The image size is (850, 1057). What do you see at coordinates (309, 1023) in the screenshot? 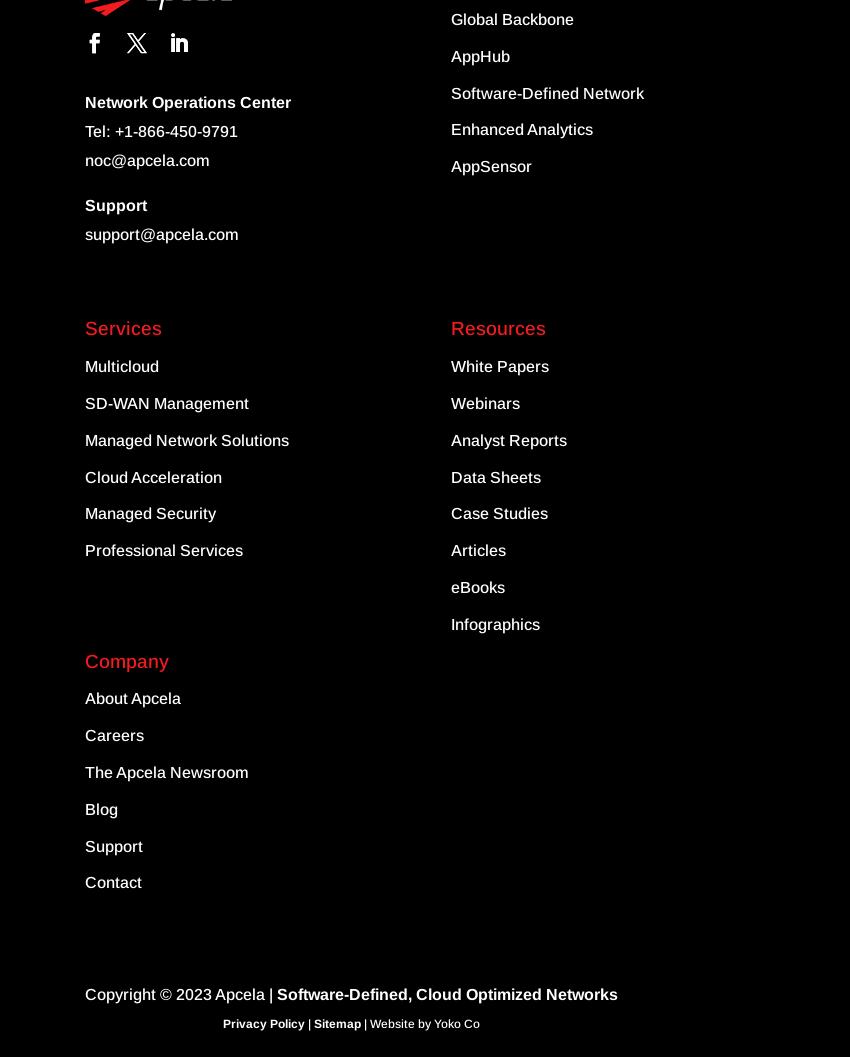
I see `'|'` at bounding box center [309, 1023].